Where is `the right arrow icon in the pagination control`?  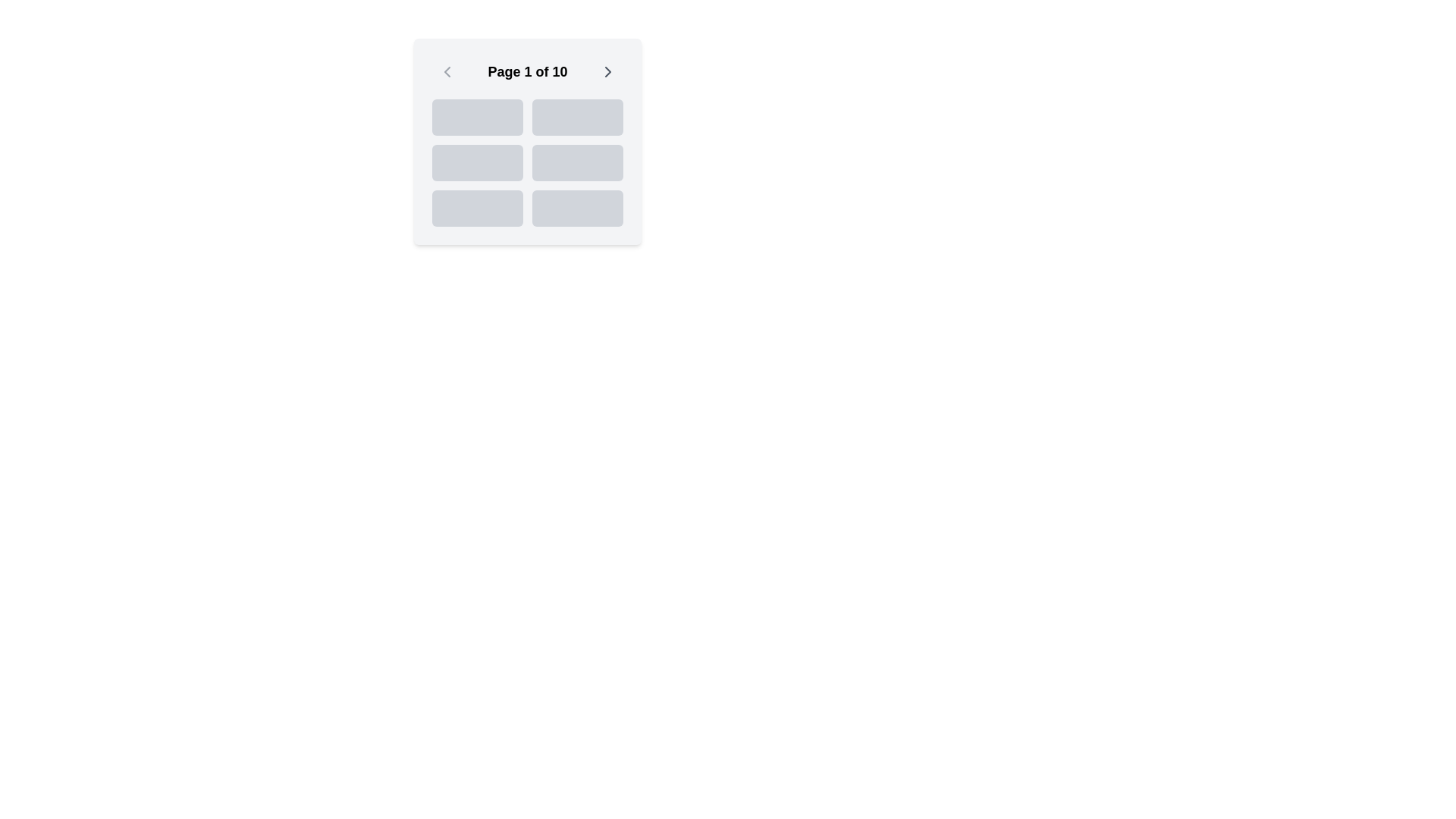 the right arrow icon in the pagination control is located at coordinates (607, 72).